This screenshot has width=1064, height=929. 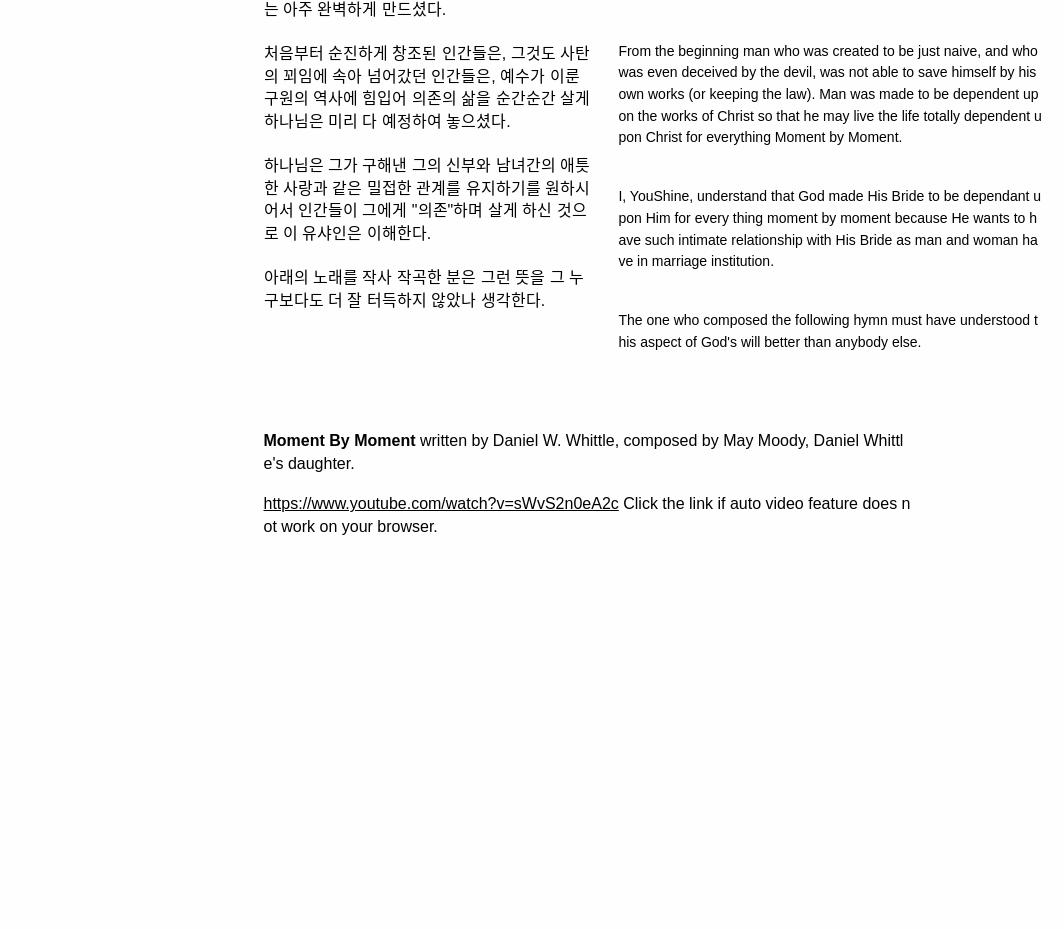 What do you see at coordinates (263, 197) in the screenshot?
I see `'하나님은 그가 구해낸 그의 신부와 남녀간의 애틋한 사랑과 같은 밀접한 										관계를 유지하기를 원하시어서 인간들이 그에게 "의존"하며 살게 하신 										것으로 이 유샤인은 이해한다.'` at bounding box center [263, 197].